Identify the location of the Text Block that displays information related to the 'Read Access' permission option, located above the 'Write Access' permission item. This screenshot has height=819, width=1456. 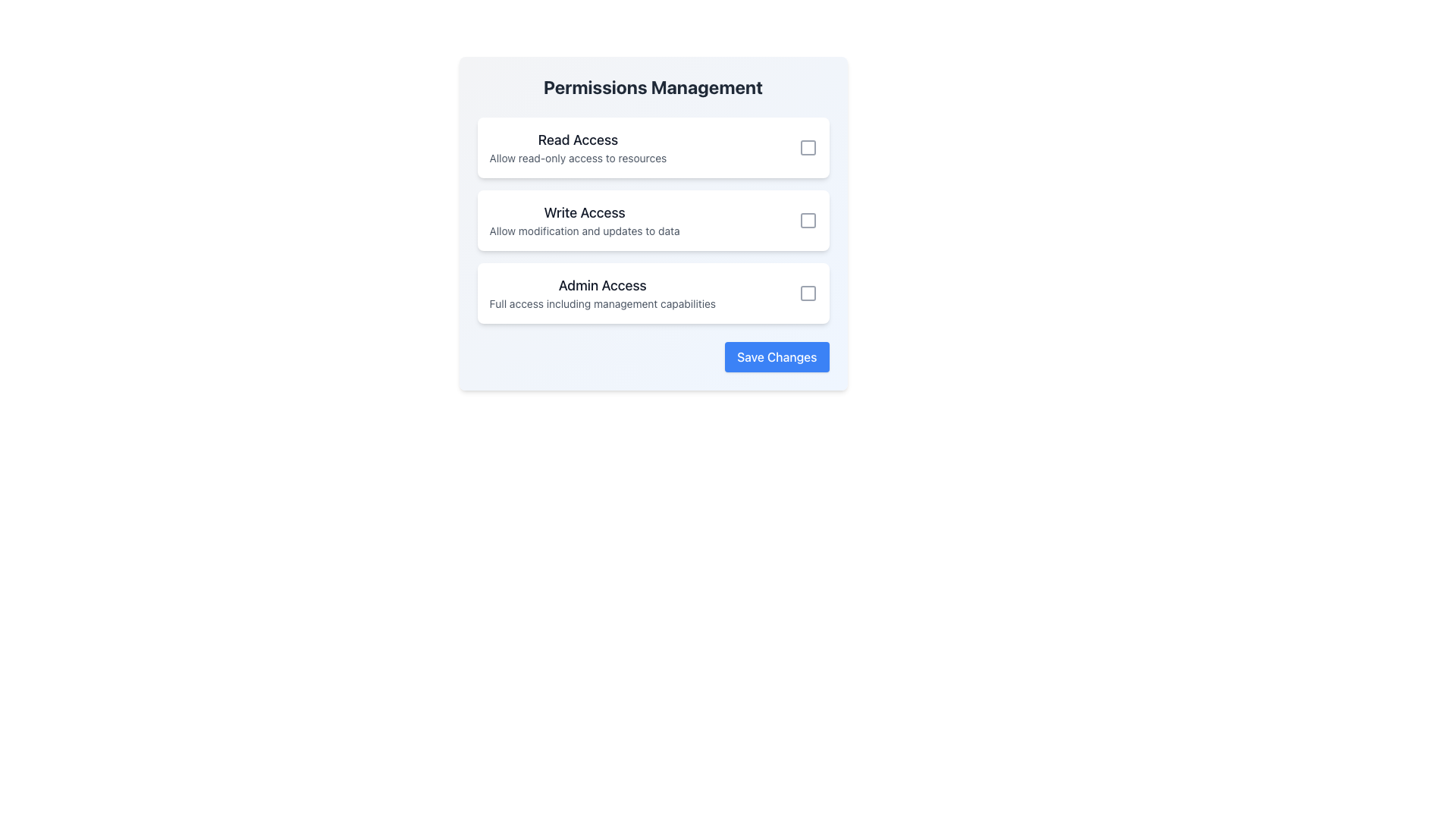
(577, 148).